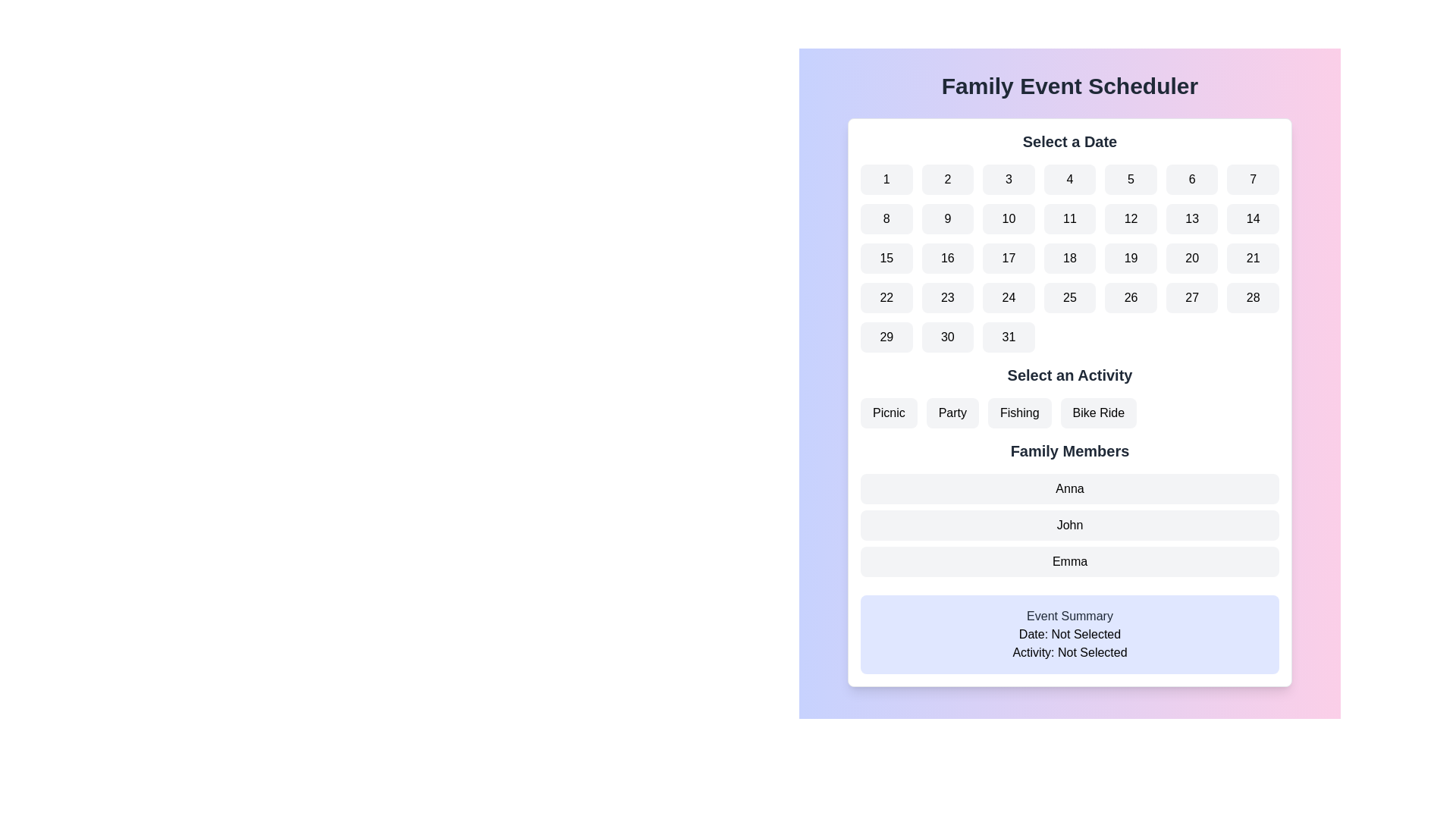  Describe the element at coordinates (1068, 178) in the screenshot. I see `the button representing date '4' in the grid layout under the label 'Select a Date'` at that location.